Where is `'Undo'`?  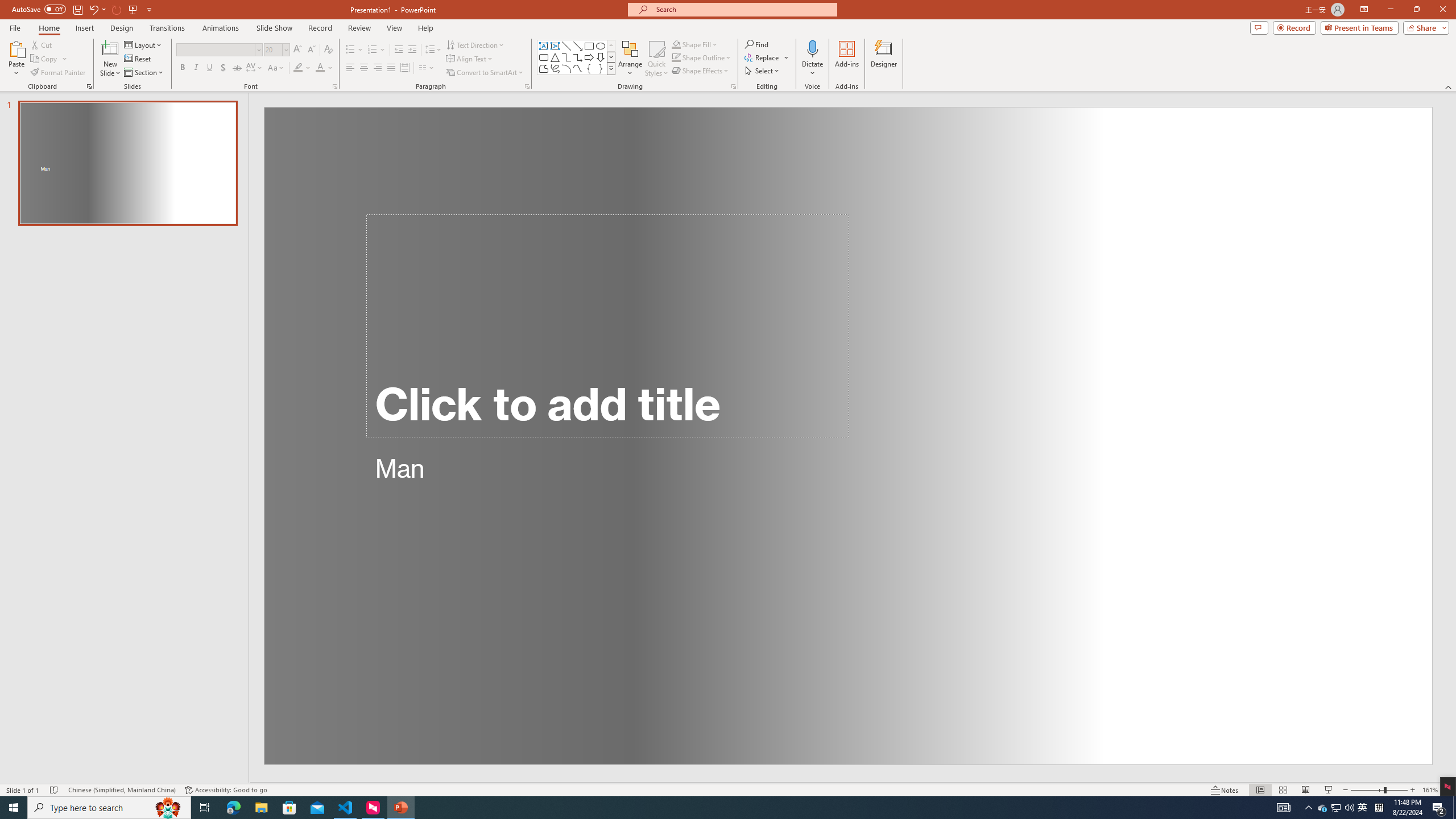
'Undo' is located at coordinates (93, 9).